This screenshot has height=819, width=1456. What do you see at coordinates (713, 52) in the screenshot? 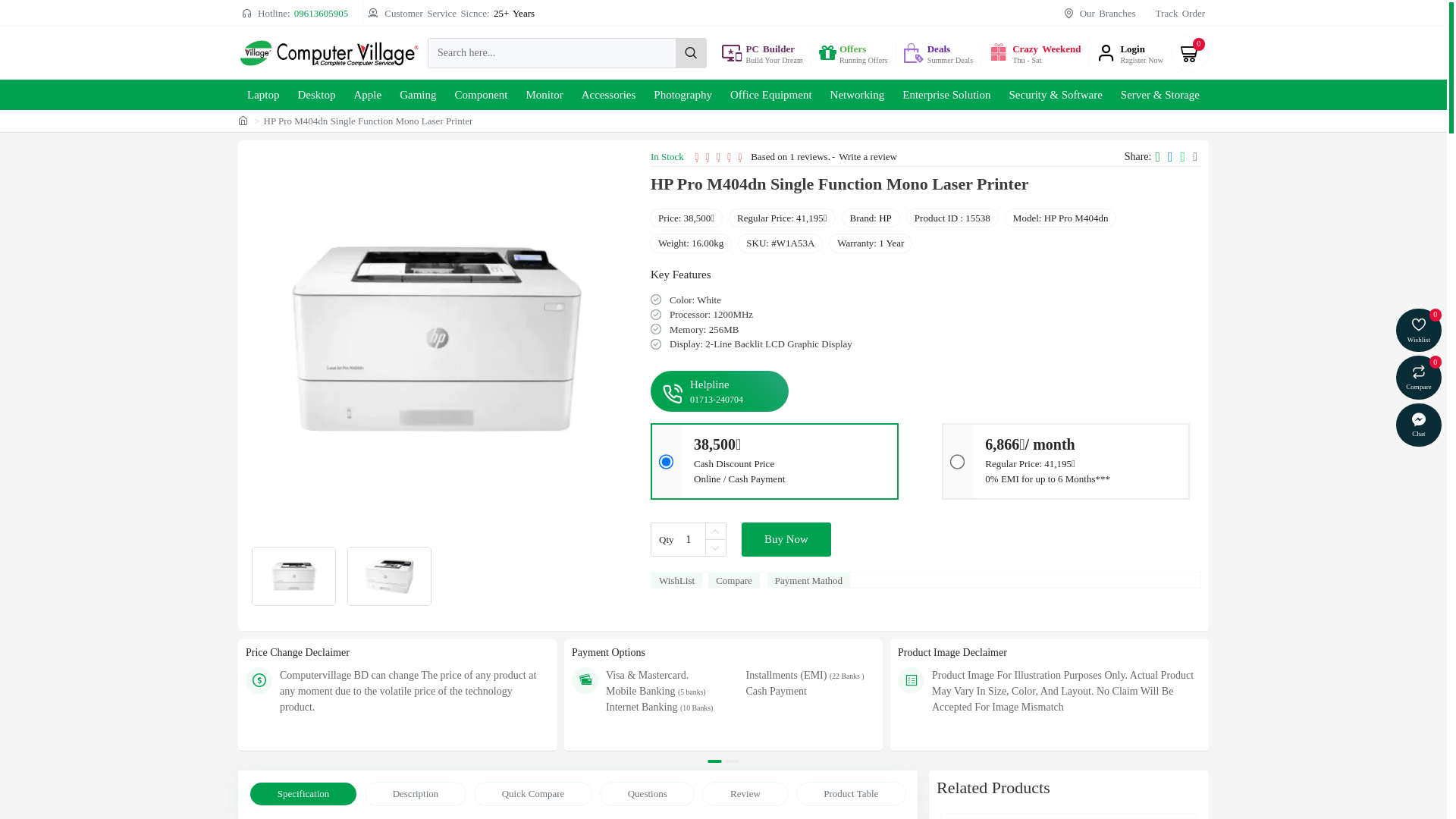
I see `'PC Builder` at bounding box center [713, 52].